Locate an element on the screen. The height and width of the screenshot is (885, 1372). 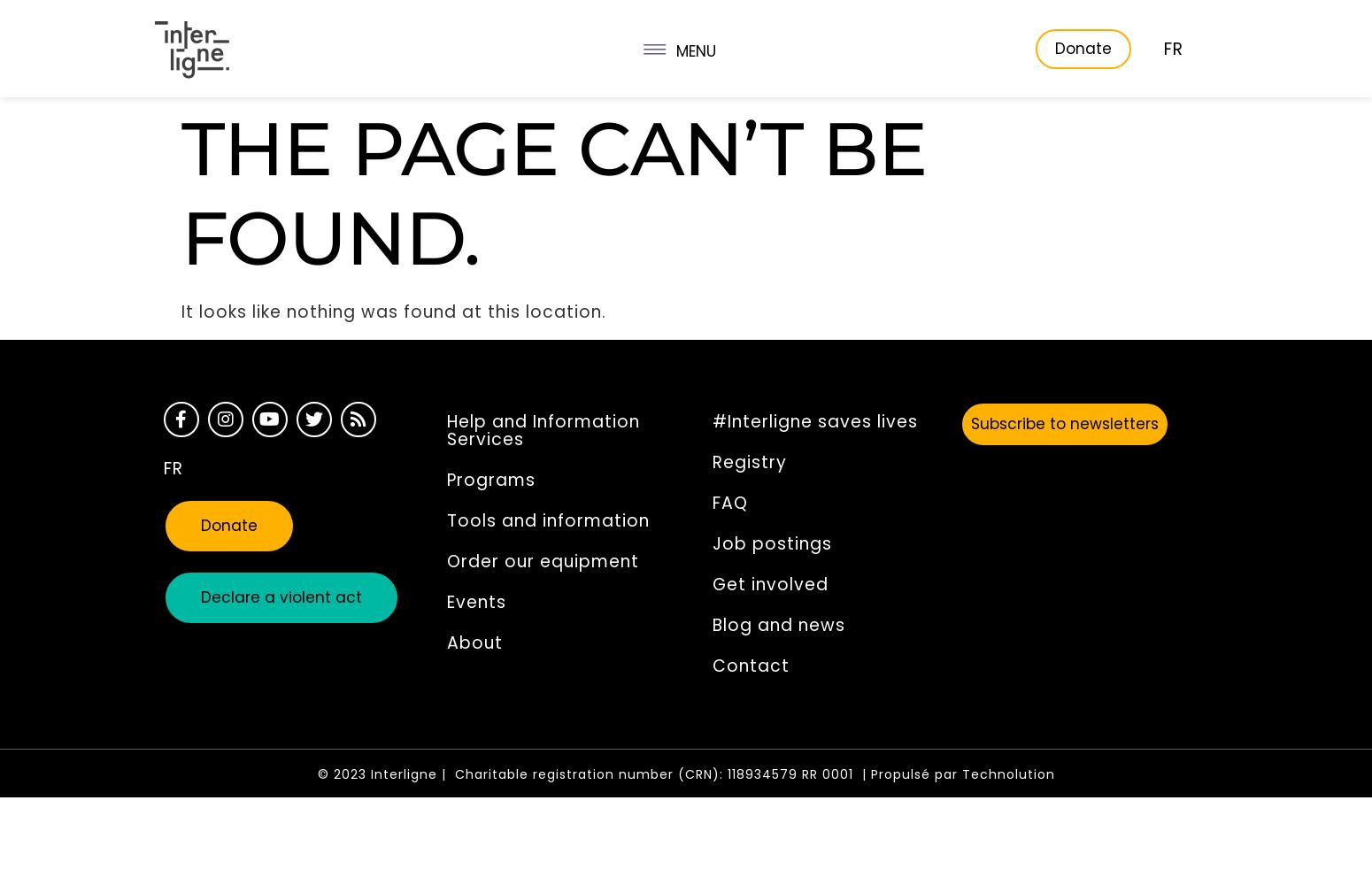
'Get involved' is located at coordinates (770, 584).